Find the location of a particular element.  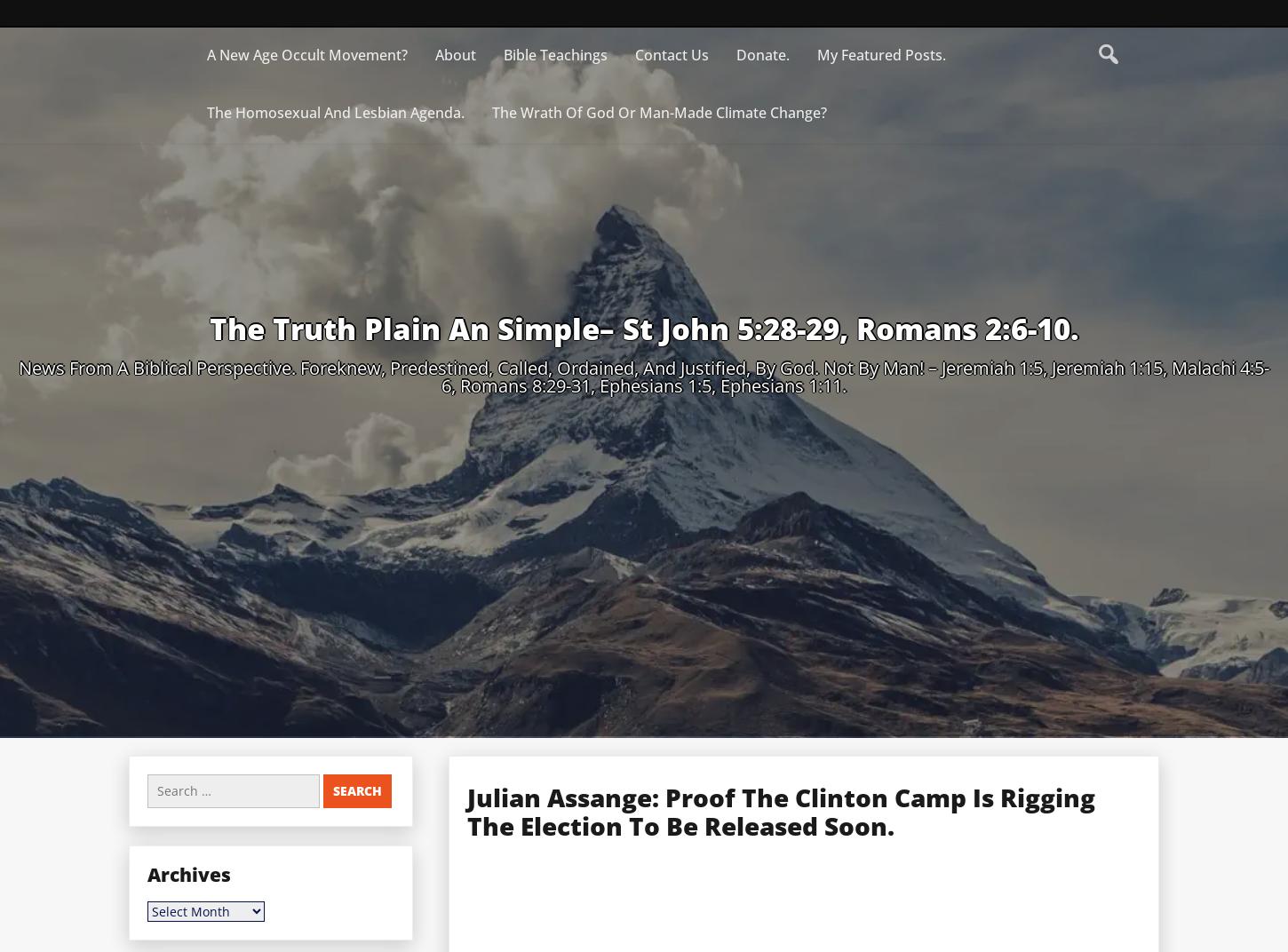

'Donate.' is located at coordinates (760, 53).